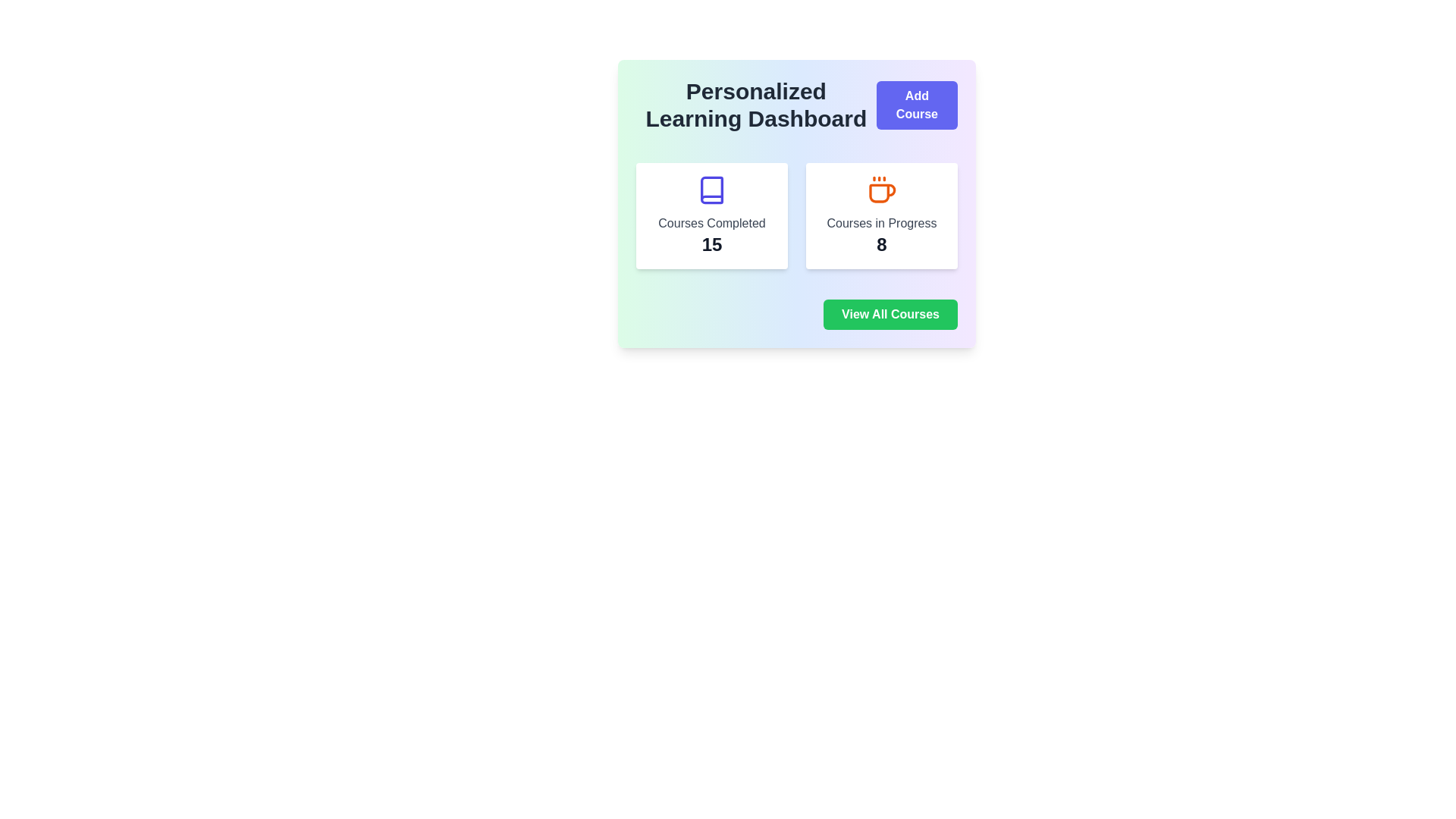 The height and width of the screenshot is (819, 1456). What do you see at coordinates (881, 189) in the screenshot?
I see `the icon that represents the 'Courses in Progress' section, located within the card labeled 'Courses in Progress', above the text 'Courses in Progress' and the number '8'` at bounding box center [881, 189].